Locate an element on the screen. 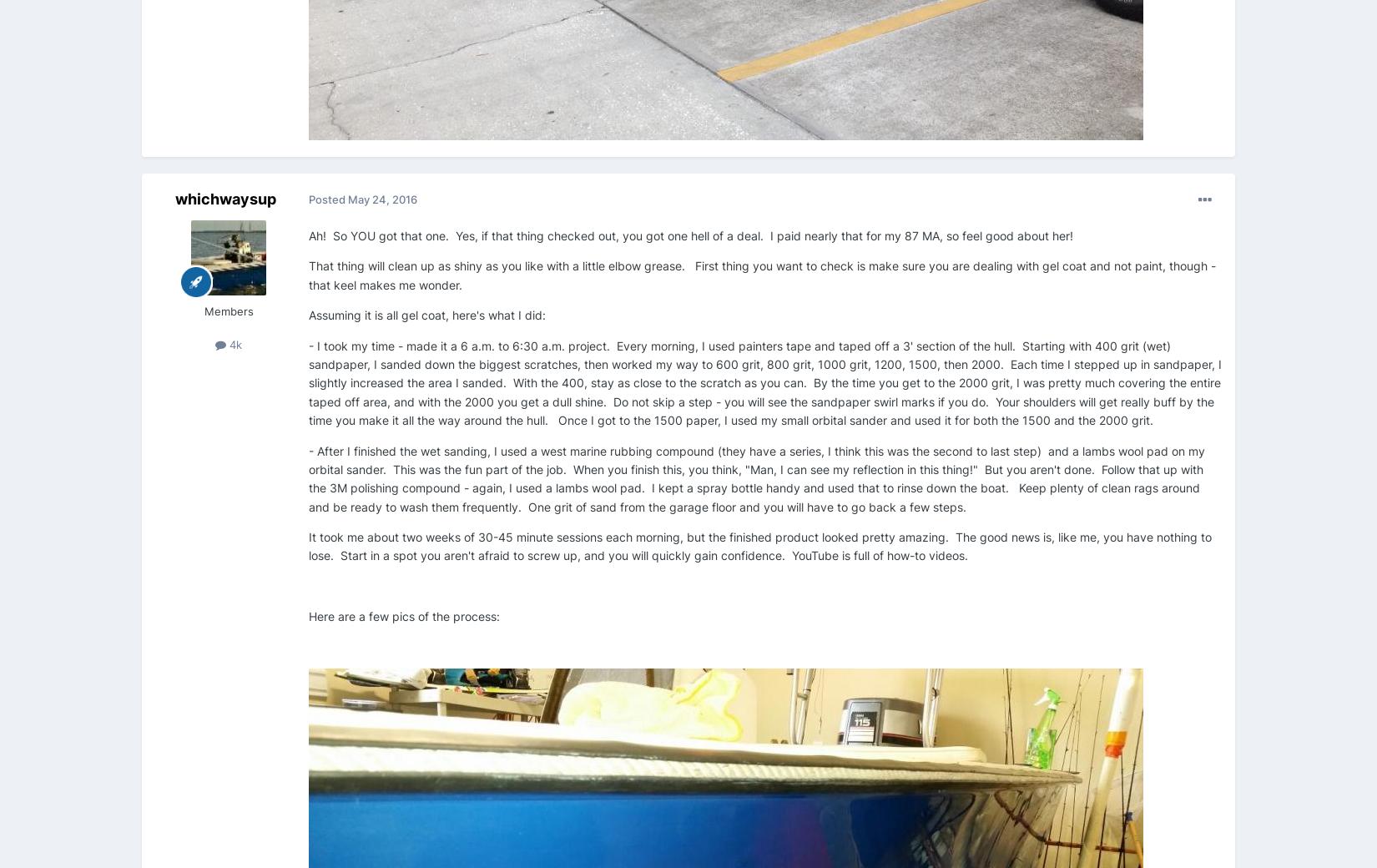 This screenshot has width=1377, height=868. '- After I finished the wet sanding, I used a west marine rubbing compound (they have a series, I think this was the second to last step)  and a lambs wool pad on my orbital sander.  This was the fun part of the job.  When you finish this, you think, "Man, I can see my reflection in this thing!"  But you aren't done.  Follow that up with the 3M polishing compound - again, I used a lambs wool pad.  I kept a spray bottle handy and used that to rinse down the boat.   Keep plenty of clean rags around and be ready to wash them frequently.  One grit of sand from the garage floor and you will have to go back a few steps.' is located at coordinates (308, 477).